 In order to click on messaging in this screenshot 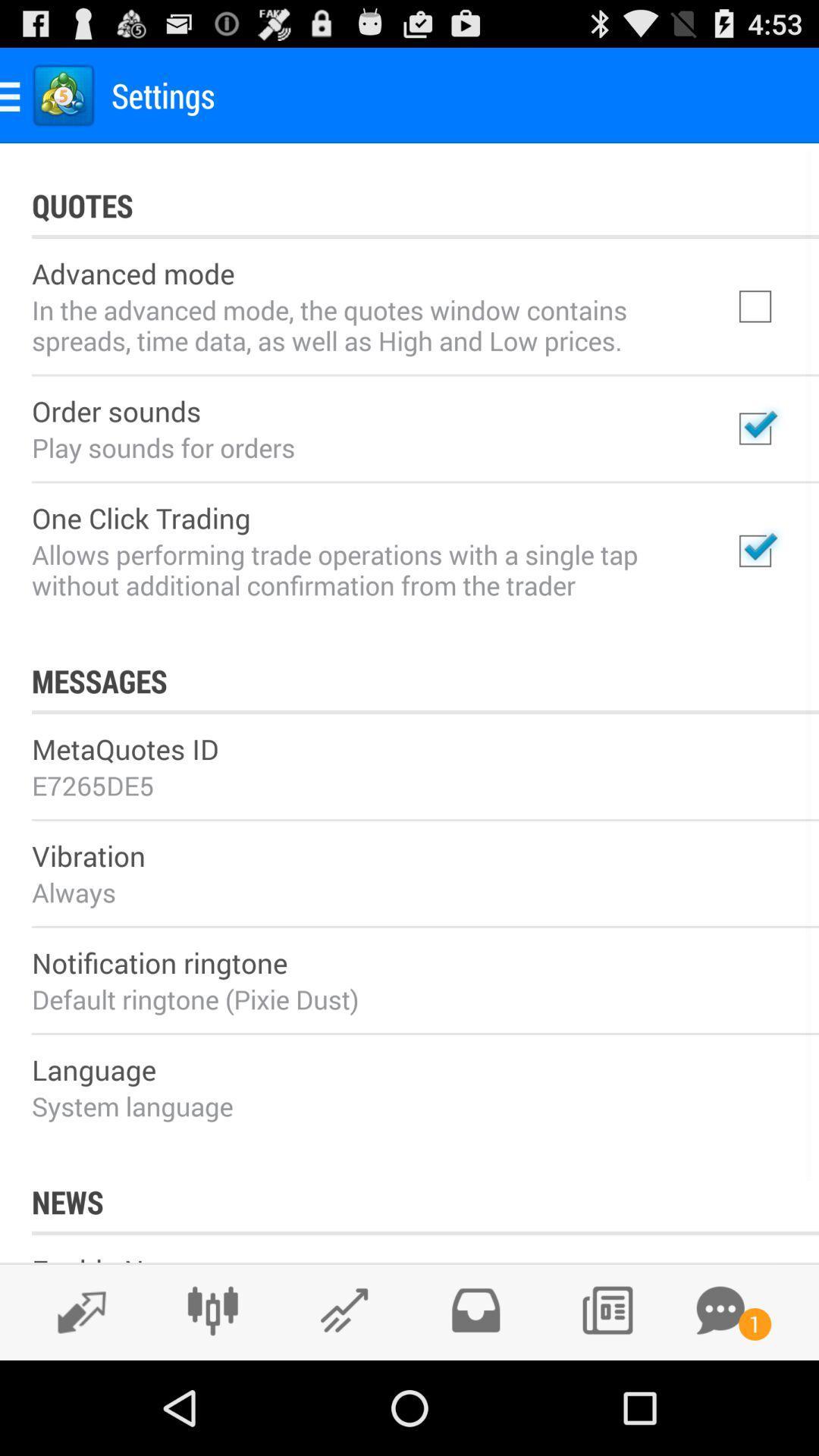, I will do `click(720, 1310)`.